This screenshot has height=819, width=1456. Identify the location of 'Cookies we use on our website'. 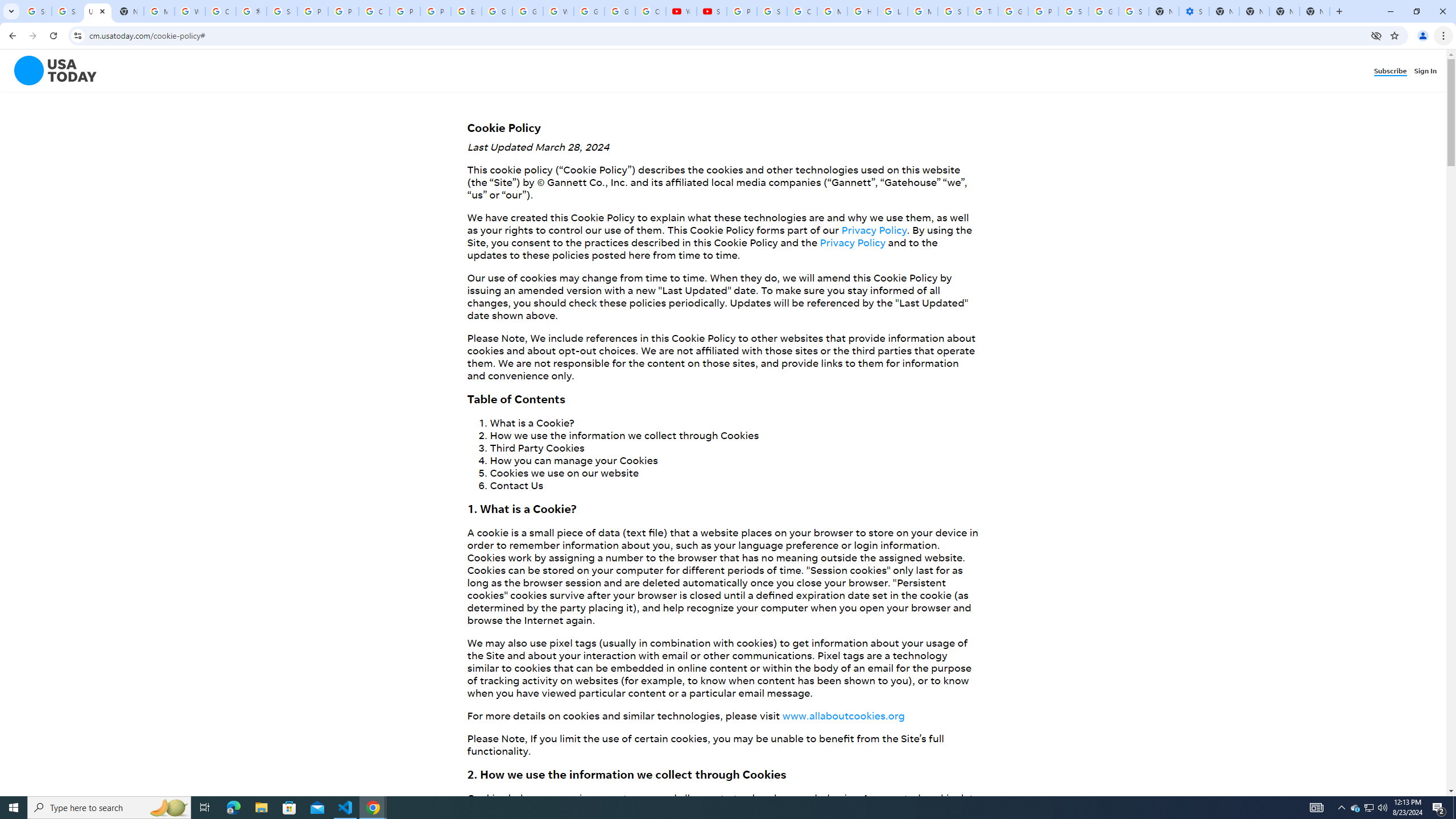
(564, 472).